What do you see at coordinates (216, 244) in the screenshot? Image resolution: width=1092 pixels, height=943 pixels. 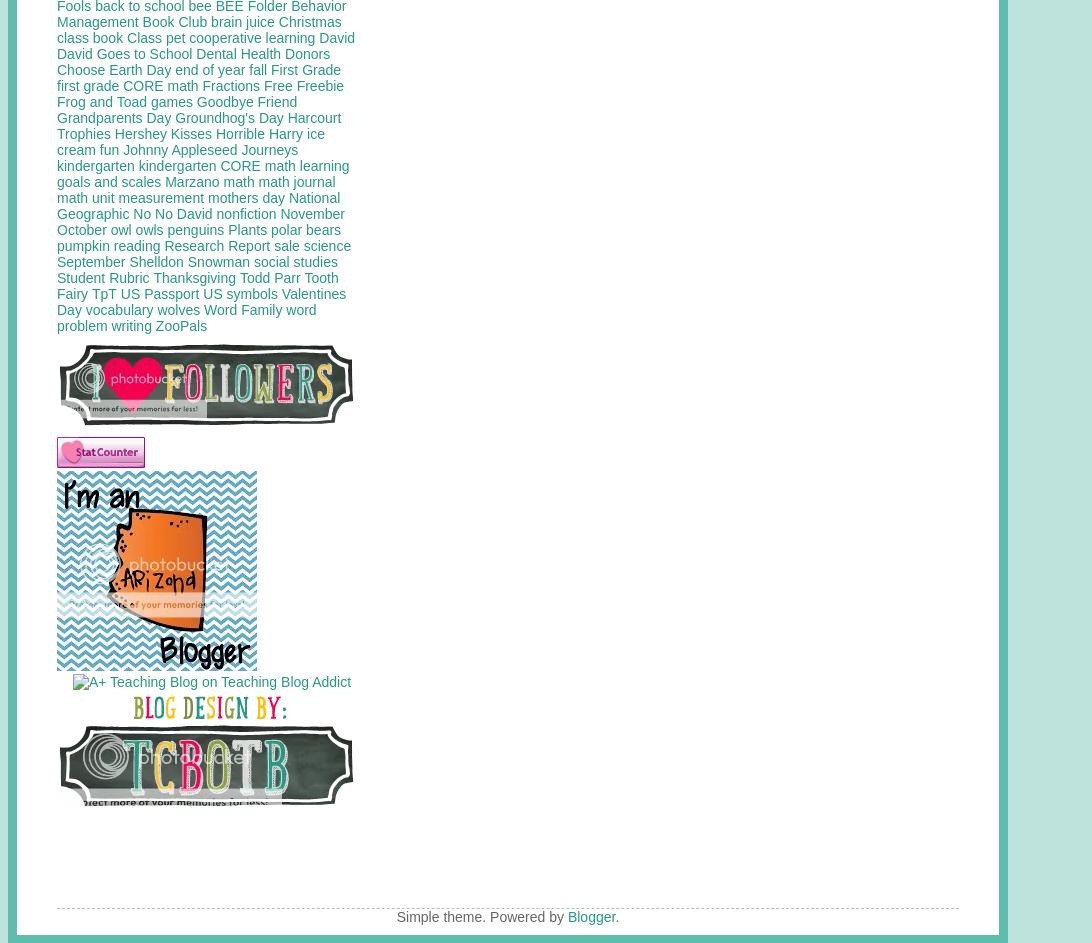 I see `'Research Report'` at bounding box center [216, 244].